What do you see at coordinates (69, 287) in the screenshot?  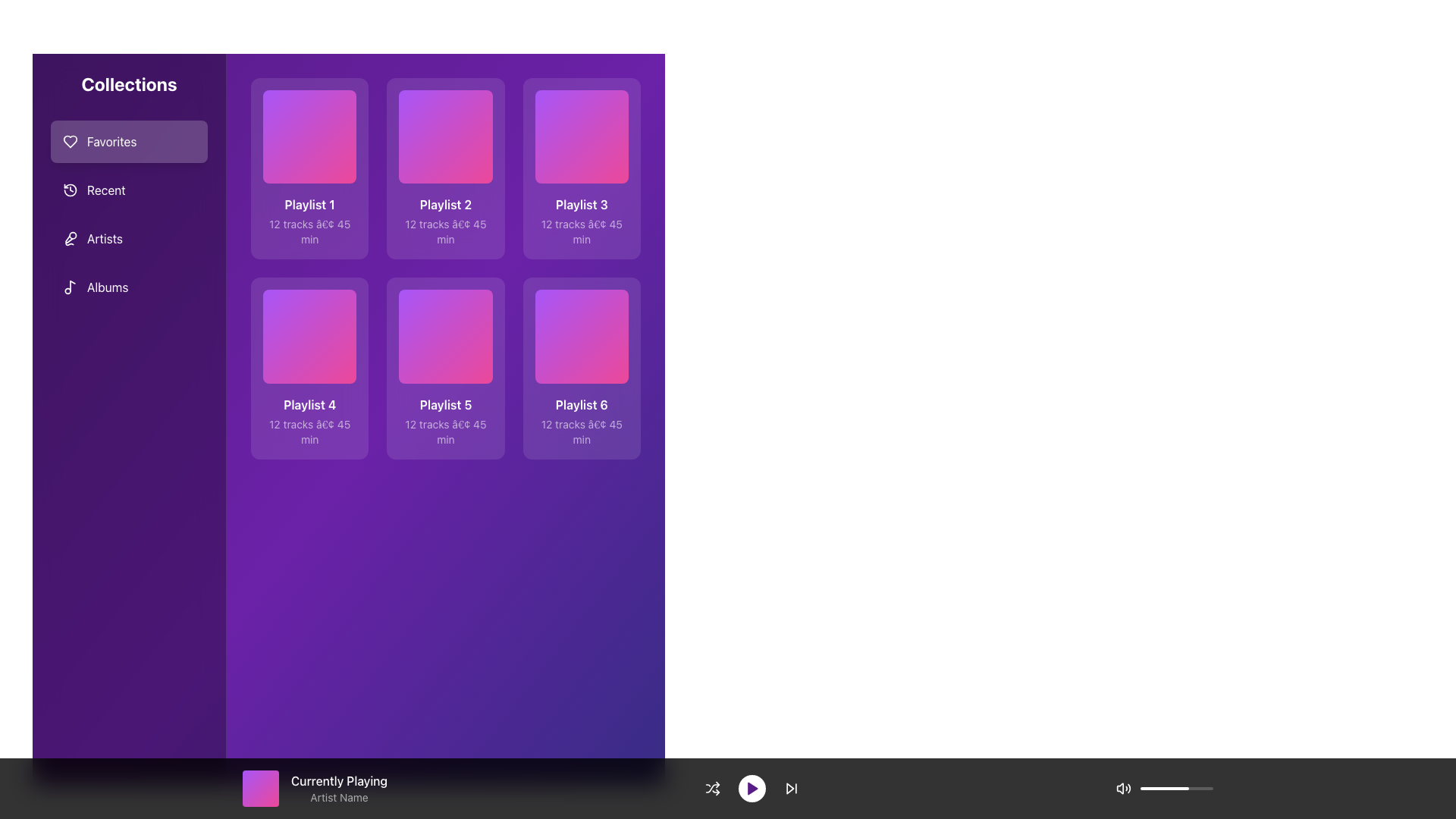 I see `the small music note icon located to the left of the 'Albums' text label in the sidebar menu, which features a minimalistic design with a white color on a purple background` at bounding box center [69, 287].